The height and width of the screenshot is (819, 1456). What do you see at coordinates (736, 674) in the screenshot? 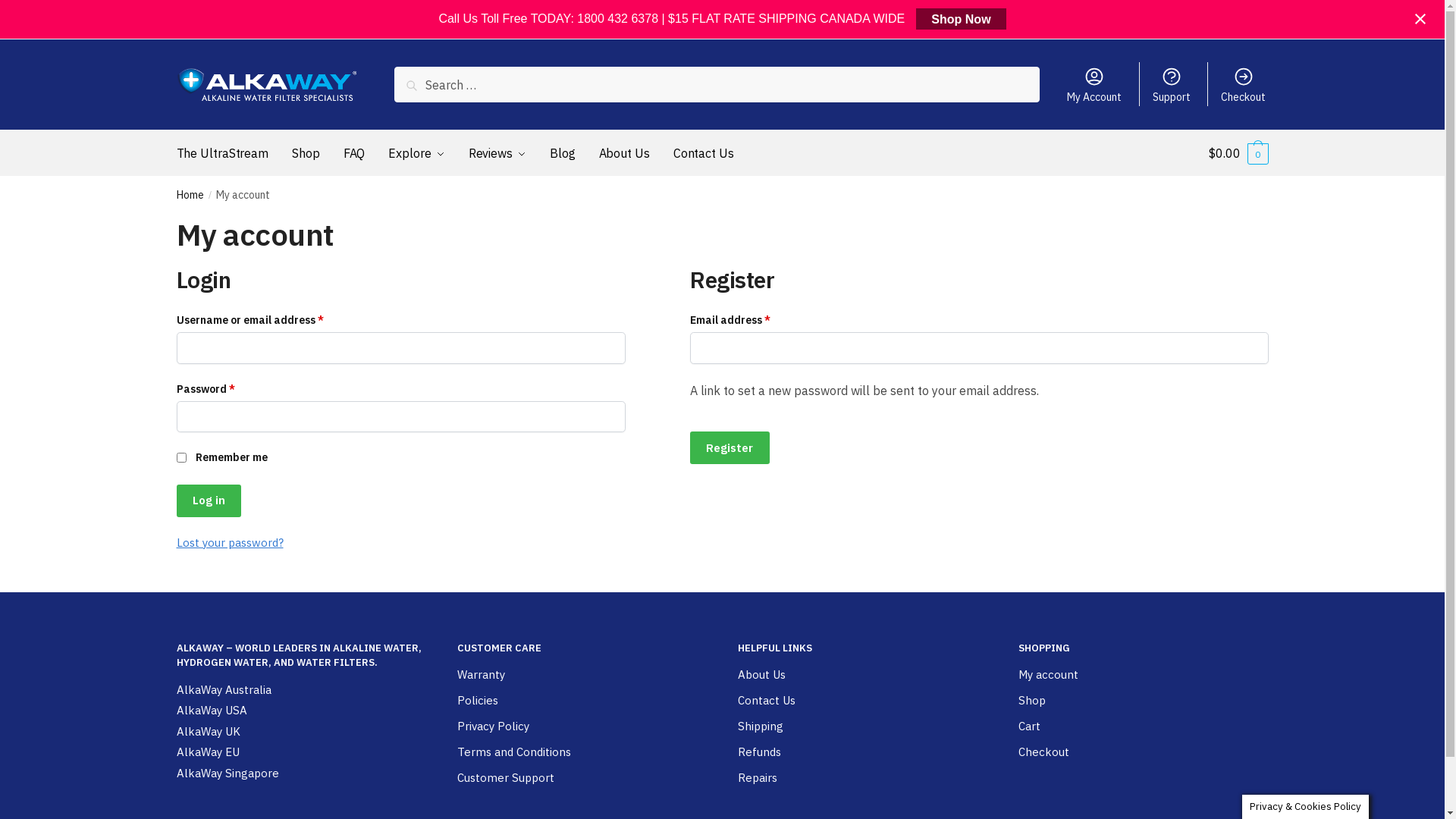
I see `'About Us'` at bounding box center [736, 674].